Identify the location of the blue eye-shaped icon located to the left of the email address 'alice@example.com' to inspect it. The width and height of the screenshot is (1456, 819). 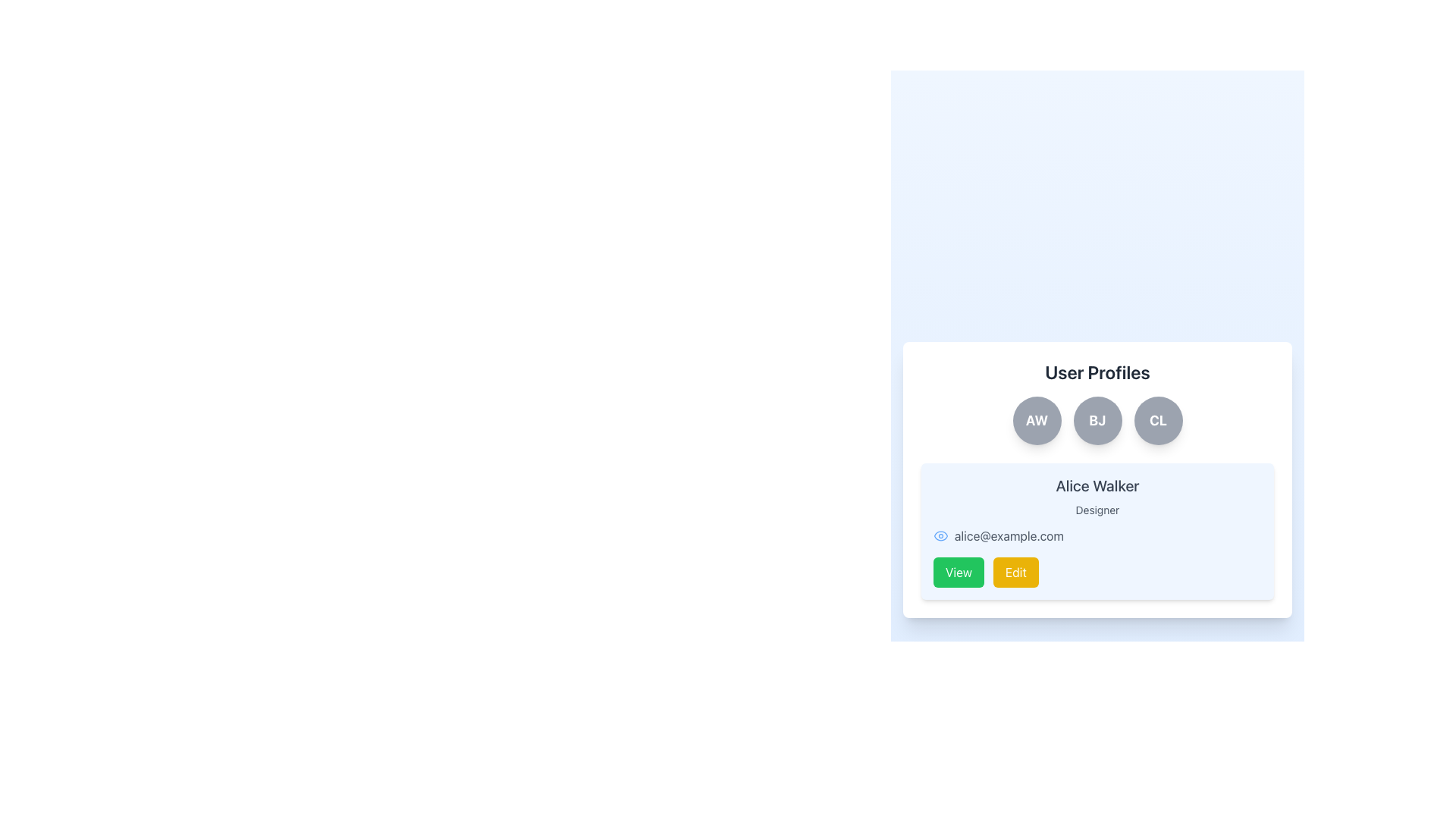
(940, 535).